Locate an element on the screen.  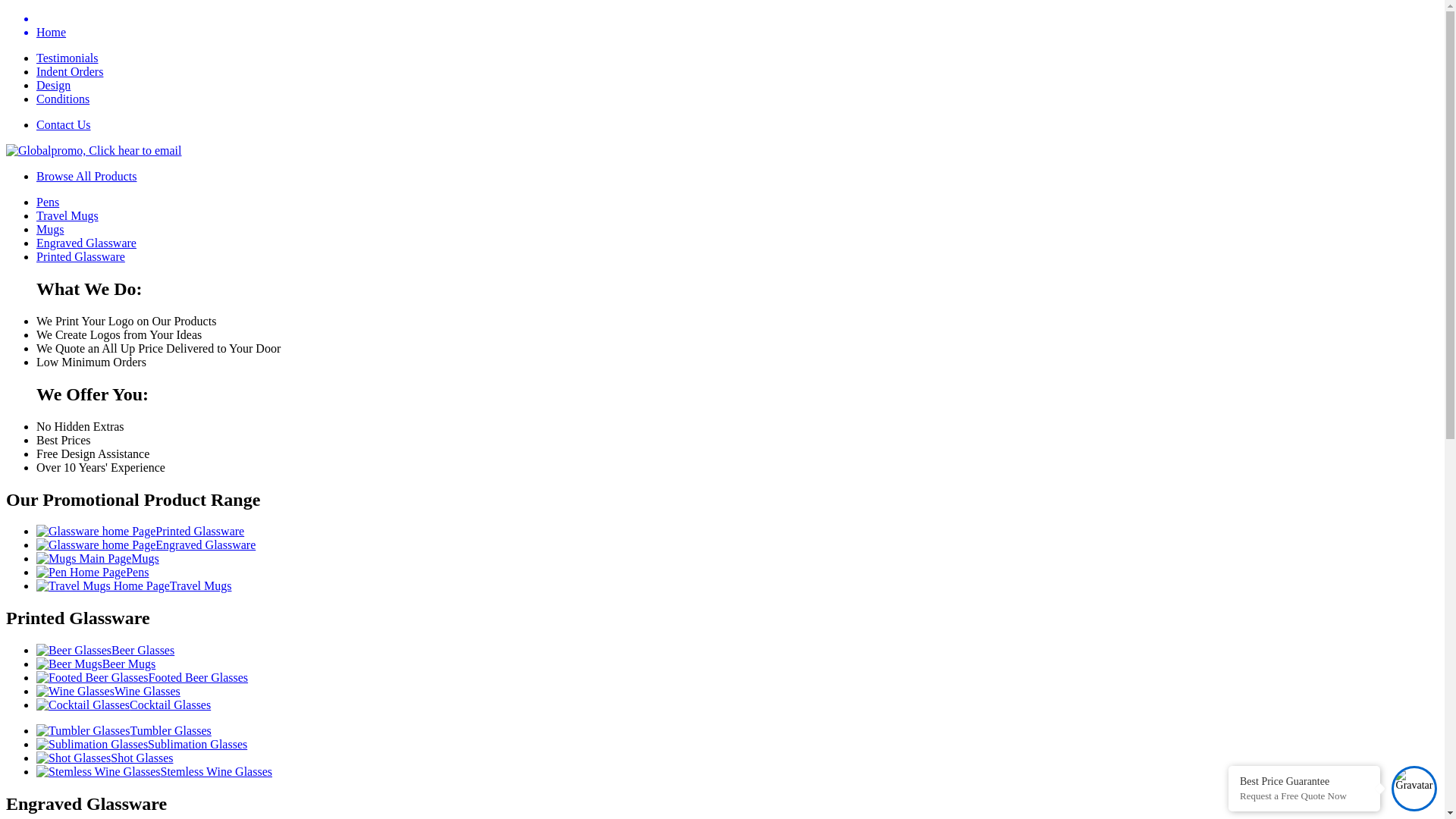
'Contact Us' is located at coordinates (62, 124).